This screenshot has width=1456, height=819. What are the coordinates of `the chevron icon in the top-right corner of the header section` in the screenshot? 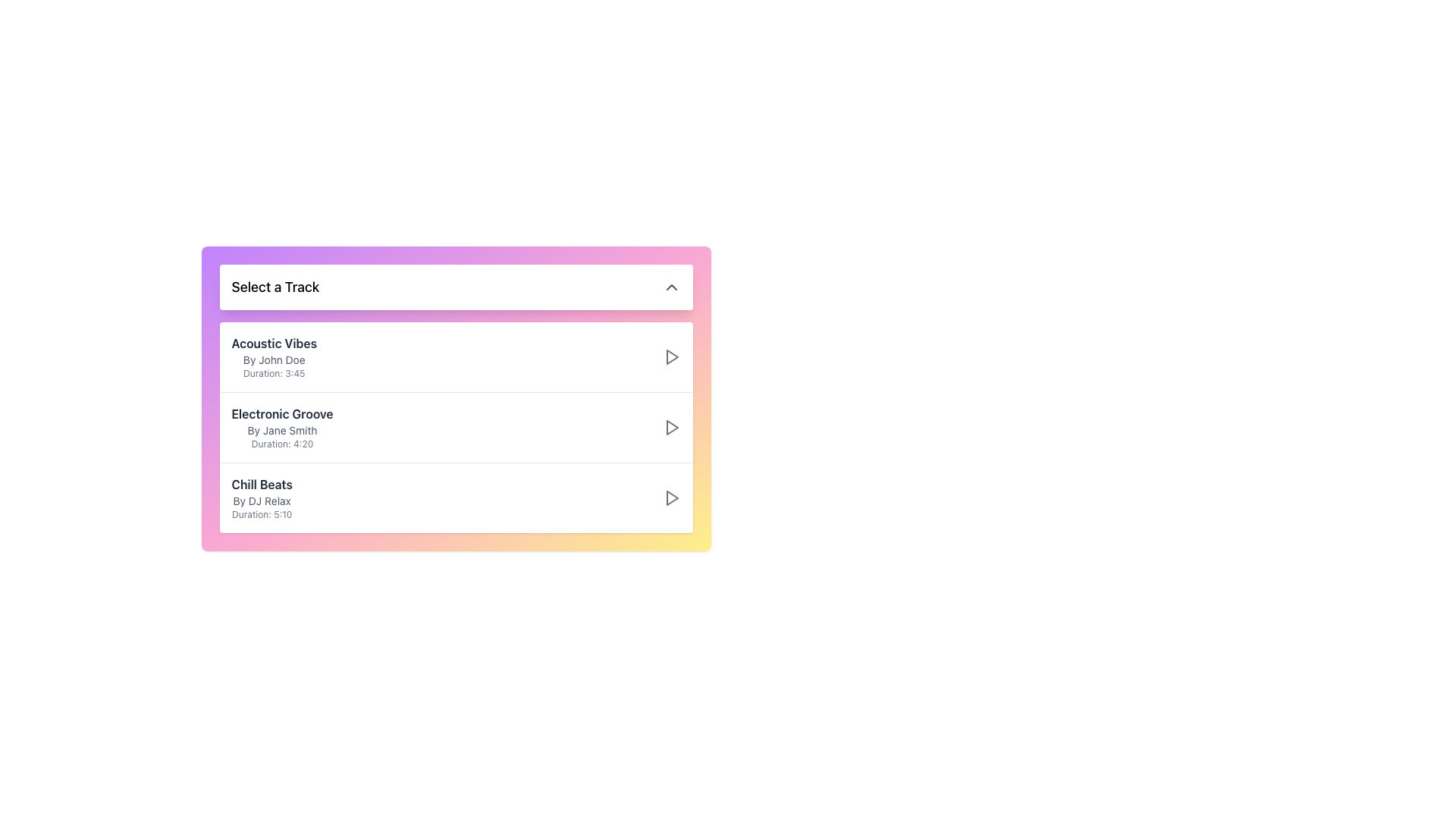 It's located at (670, 287).